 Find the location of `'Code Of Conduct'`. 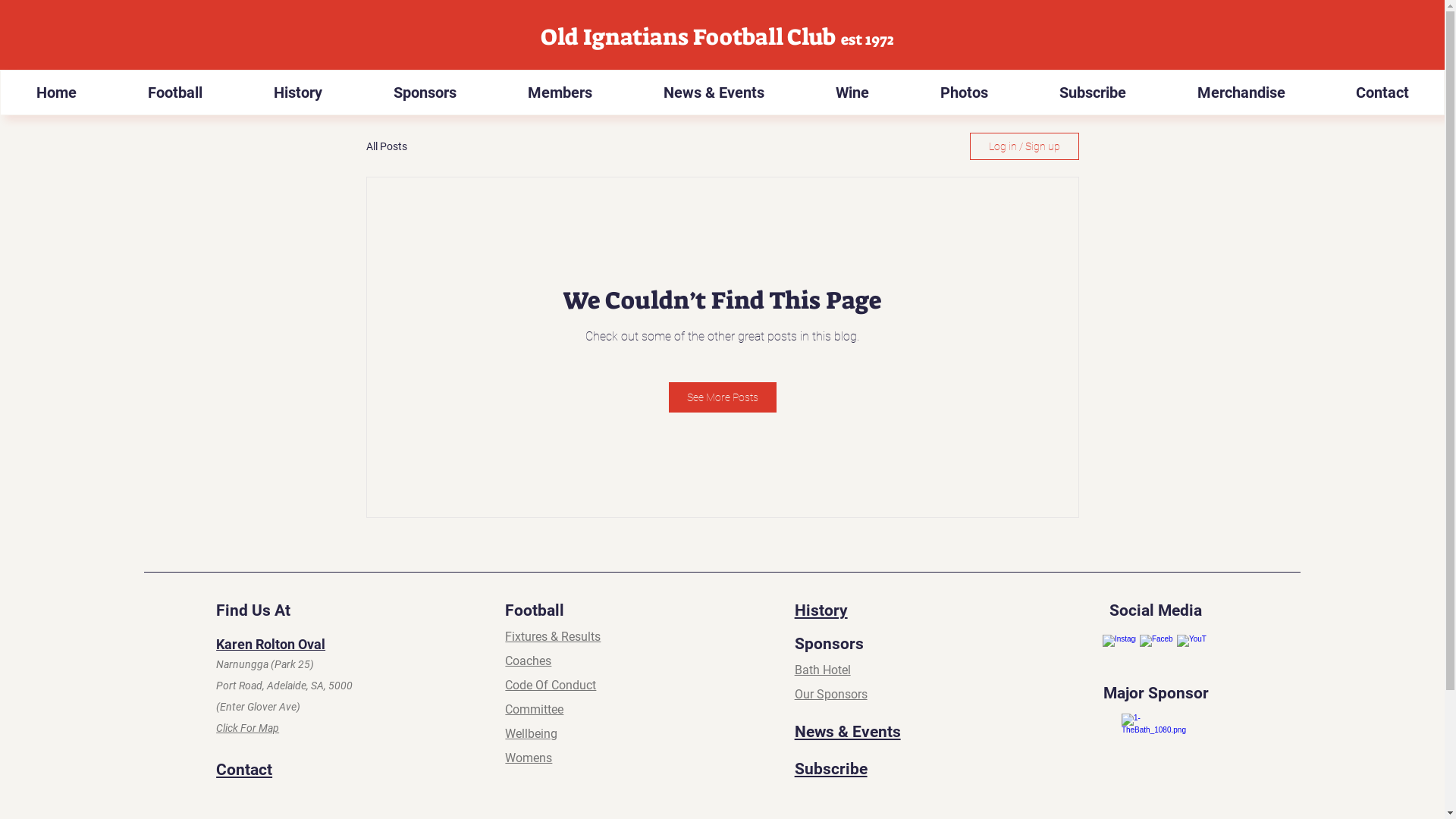

'Code Of Conduct' is located at coordinates (505, 685).